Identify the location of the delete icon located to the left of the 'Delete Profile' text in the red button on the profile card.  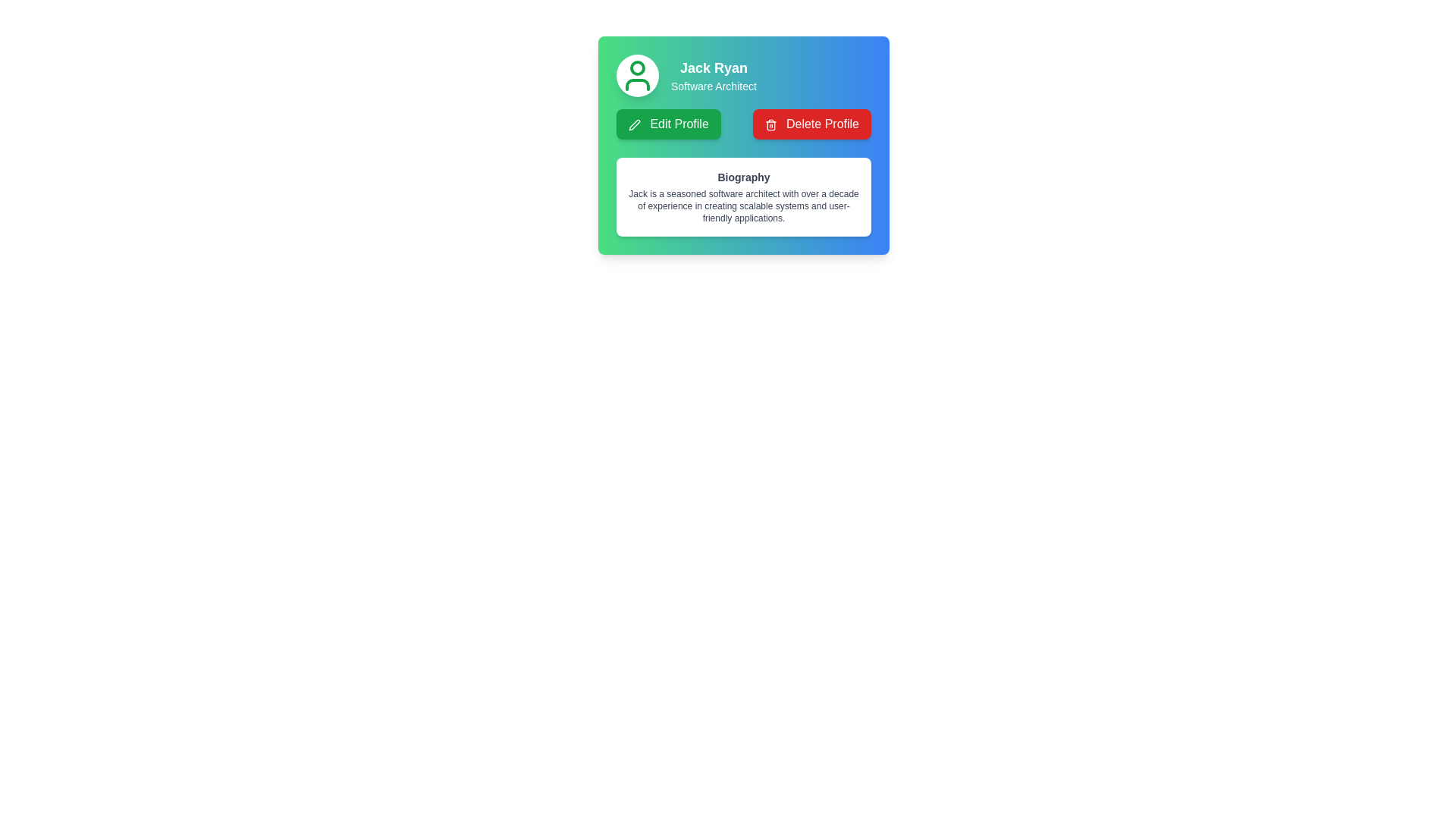
(770, 124).